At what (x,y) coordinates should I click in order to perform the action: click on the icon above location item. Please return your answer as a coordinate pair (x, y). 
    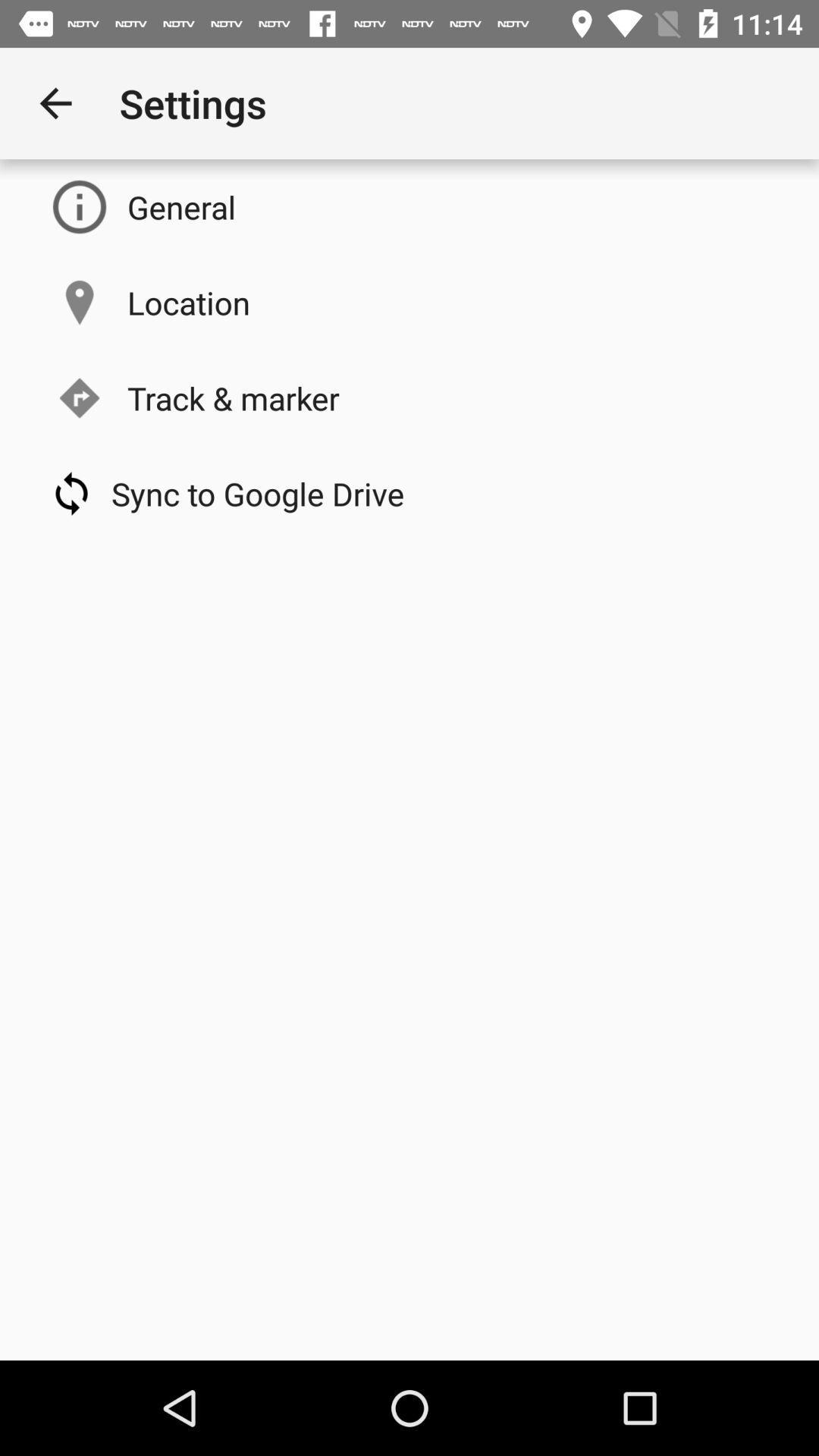
    Looking at the image, I should click on (180, 206).